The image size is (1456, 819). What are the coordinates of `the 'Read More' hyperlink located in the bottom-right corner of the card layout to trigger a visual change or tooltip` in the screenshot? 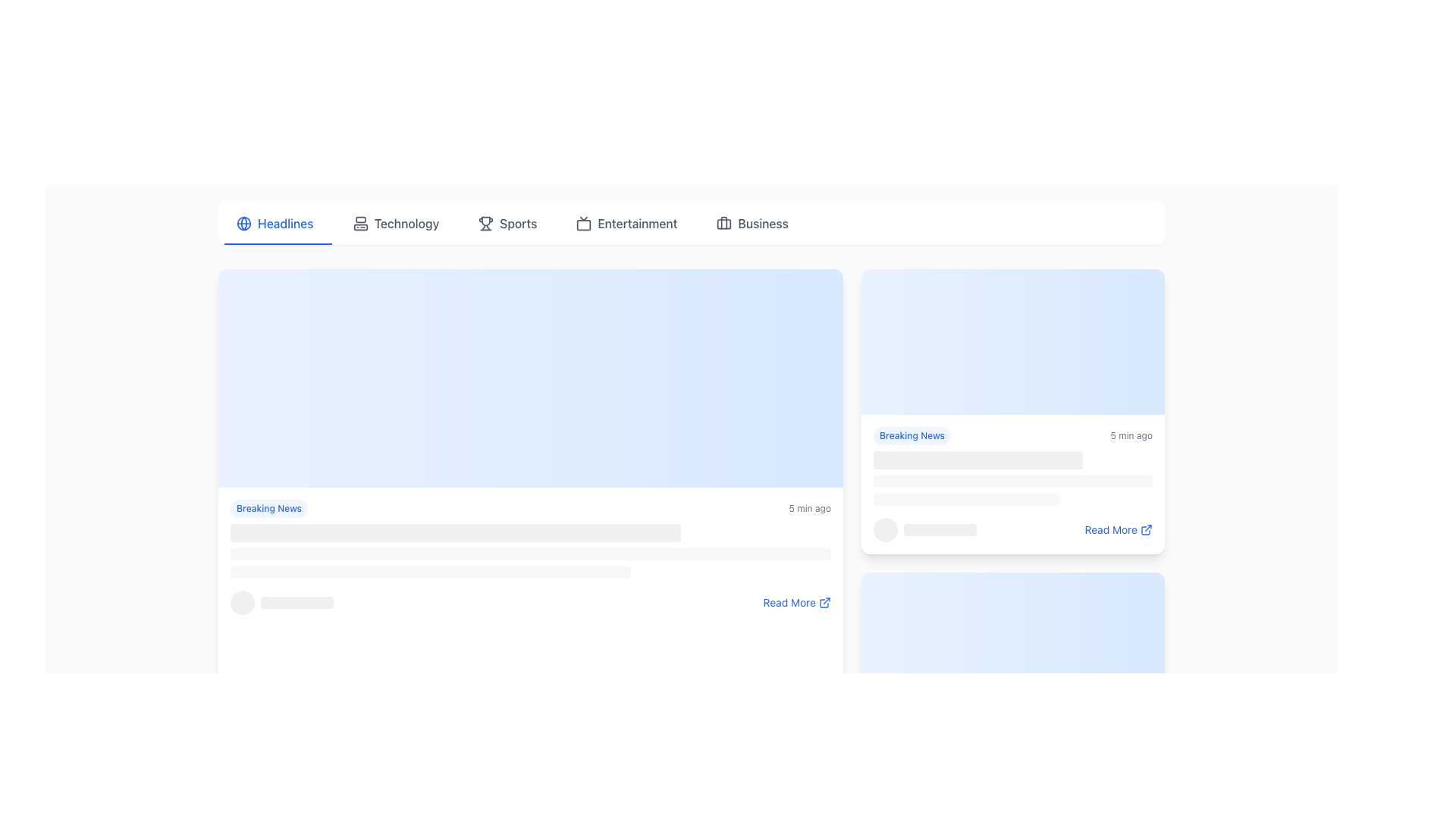 It's located at (1119, 529).